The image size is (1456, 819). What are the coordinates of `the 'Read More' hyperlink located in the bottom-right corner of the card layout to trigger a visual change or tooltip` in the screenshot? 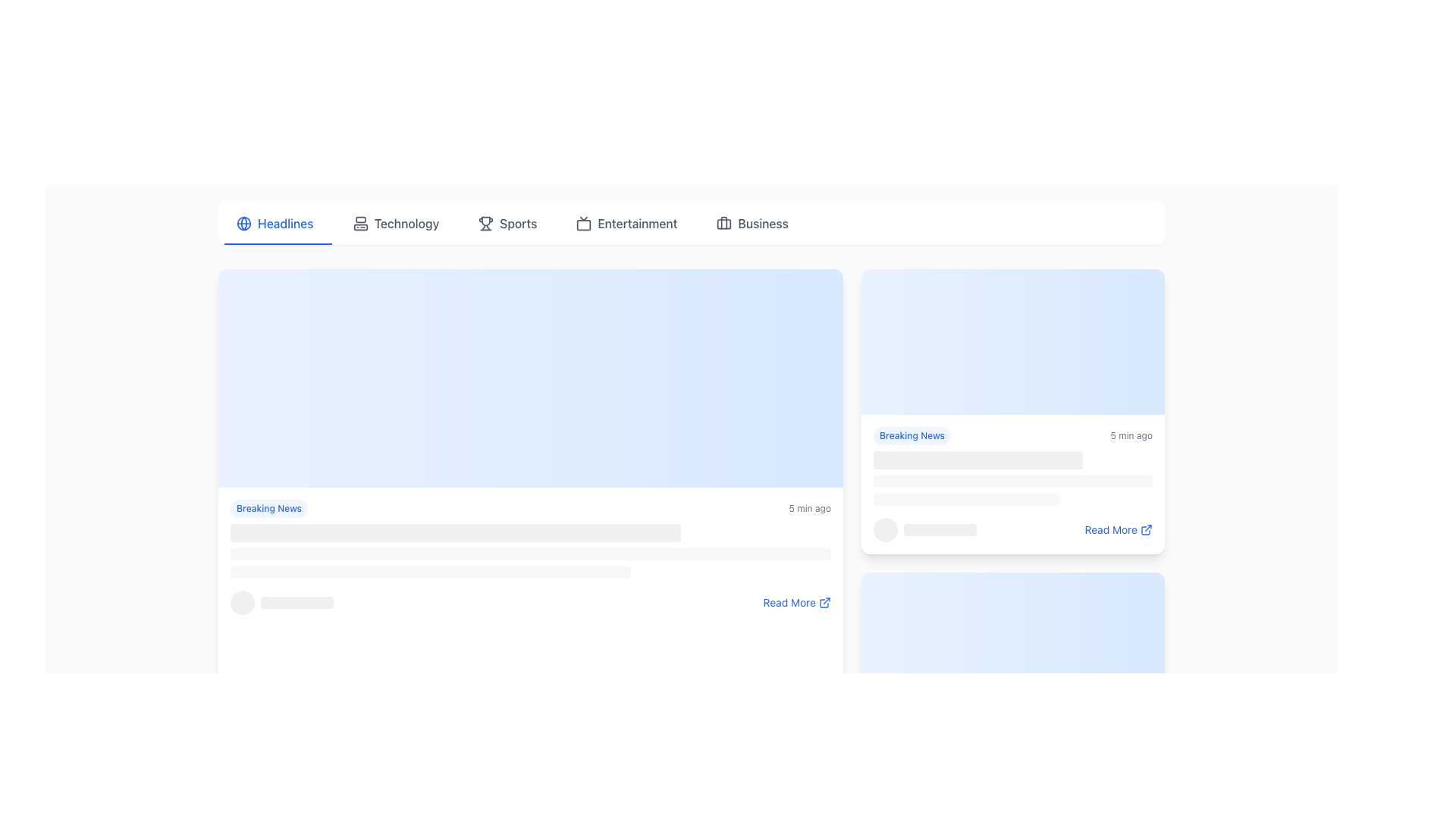 It's located at (1119, 529).